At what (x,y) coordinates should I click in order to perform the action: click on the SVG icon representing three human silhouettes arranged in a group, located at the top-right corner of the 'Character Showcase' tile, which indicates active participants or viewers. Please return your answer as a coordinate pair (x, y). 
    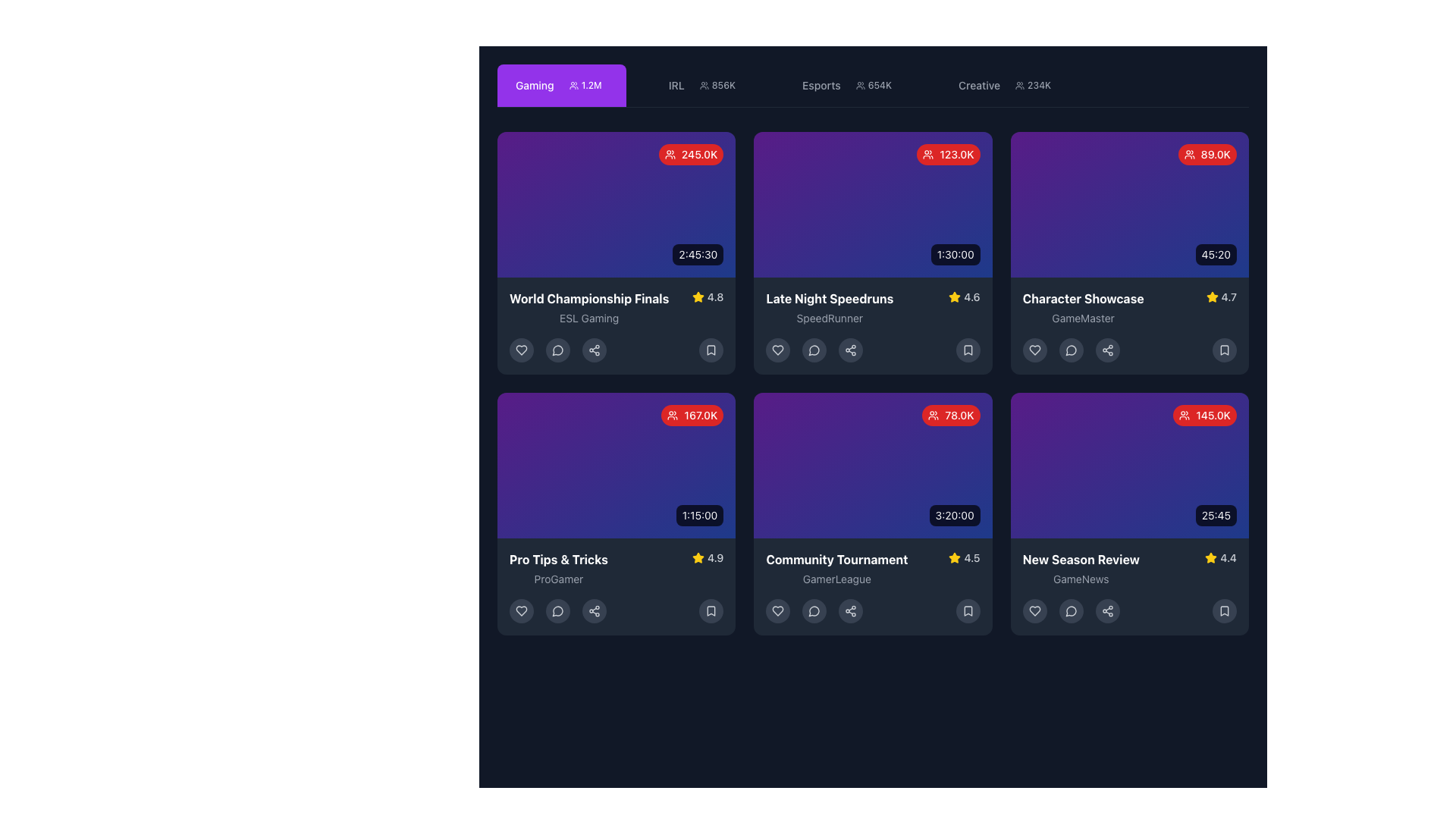
    Looking at the image, I should click on (1188, 155).